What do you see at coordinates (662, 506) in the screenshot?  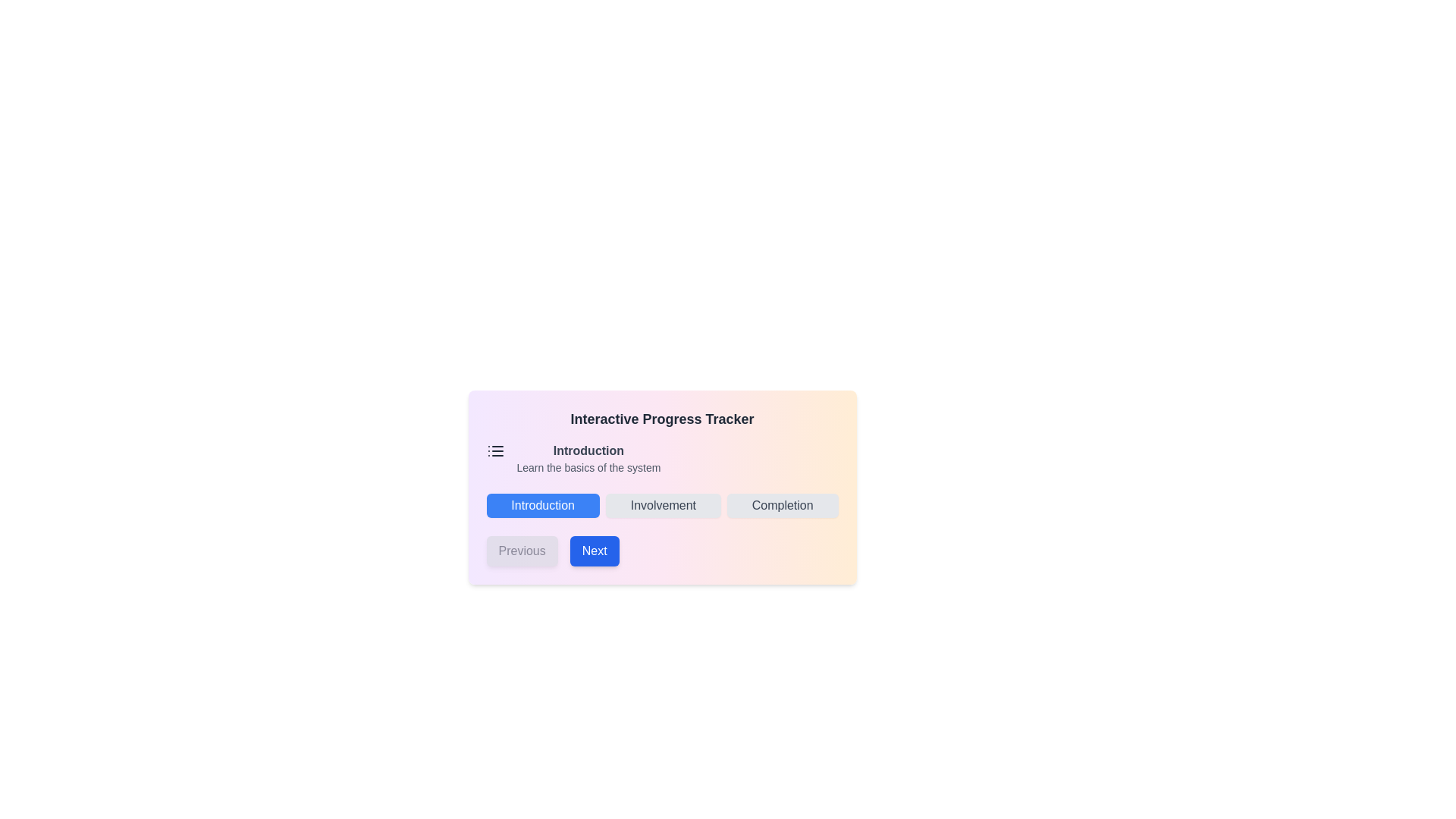 I see `the 'Involvement' section of the navigation progress bar` at bounding box center [662, 506].